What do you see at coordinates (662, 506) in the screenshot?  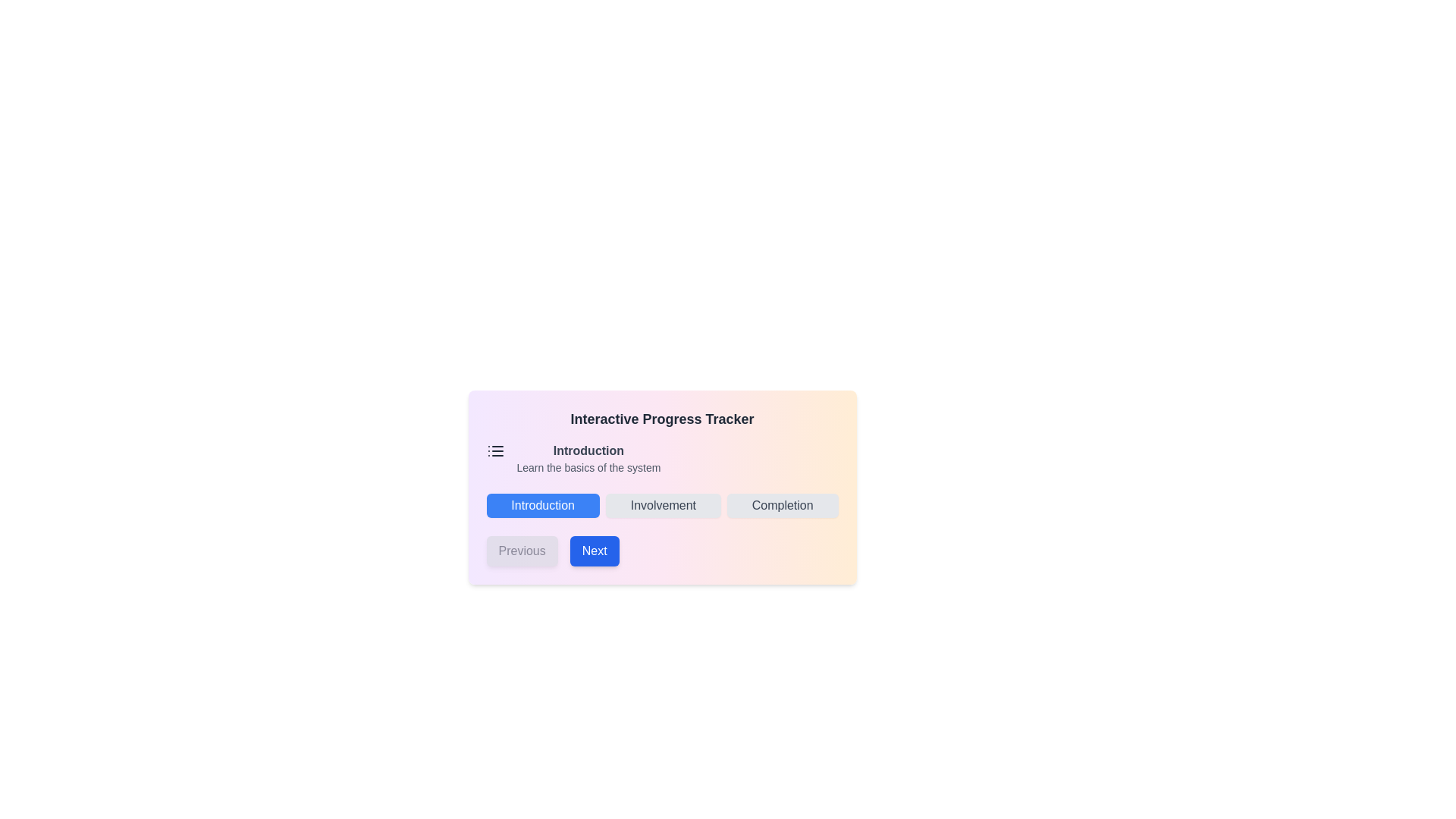 I see `the 'Involvement' section of the navigation progress bar` at bounding box center [662, 506].